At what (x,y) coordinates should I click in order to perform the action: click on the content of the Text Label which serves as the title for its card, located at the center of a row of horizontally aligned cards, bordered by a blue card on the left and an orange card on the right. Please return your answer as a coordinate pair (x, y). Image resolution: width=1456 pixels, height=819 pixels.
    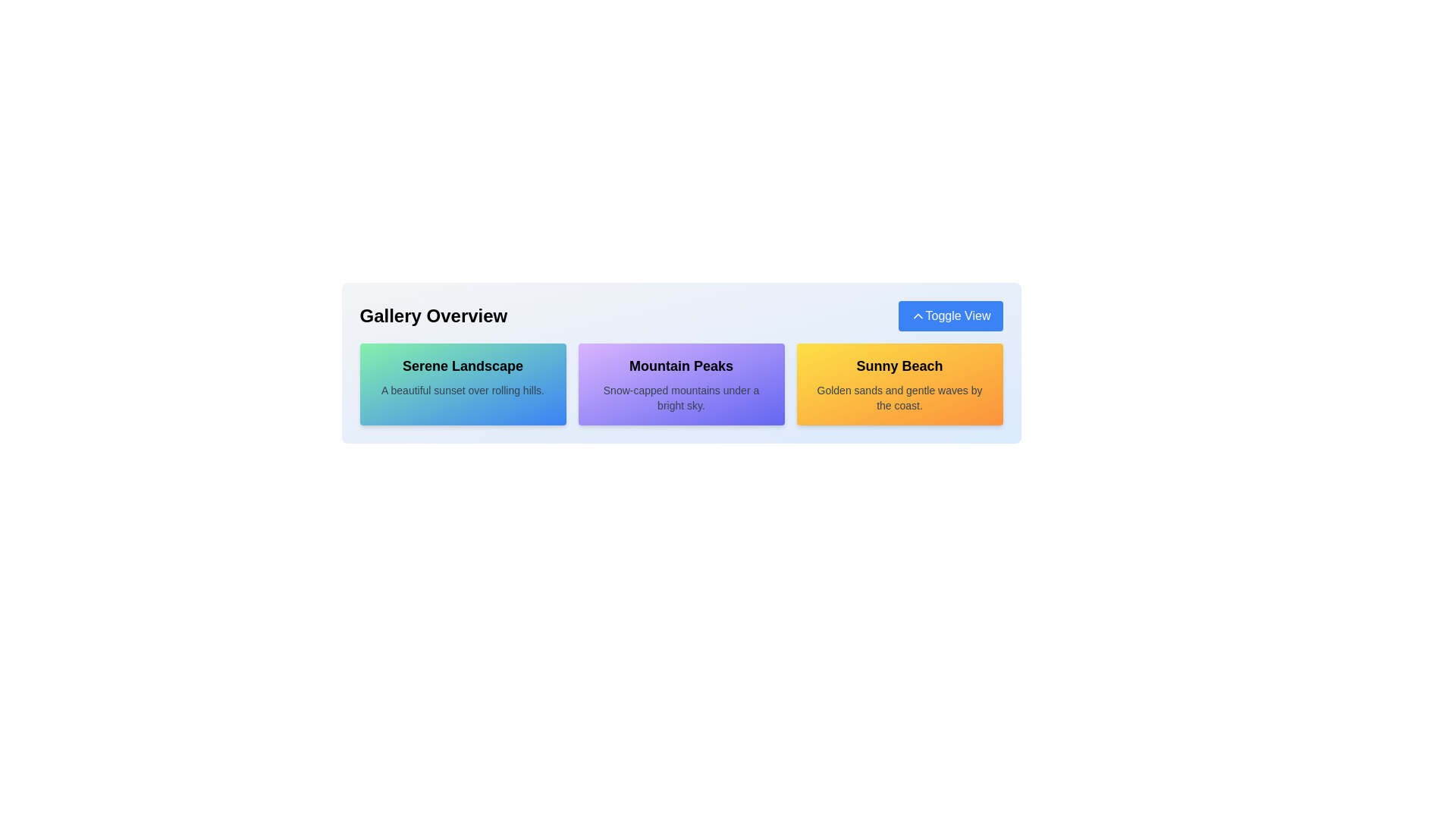
    Looking at the image, I should click on (680, 366).